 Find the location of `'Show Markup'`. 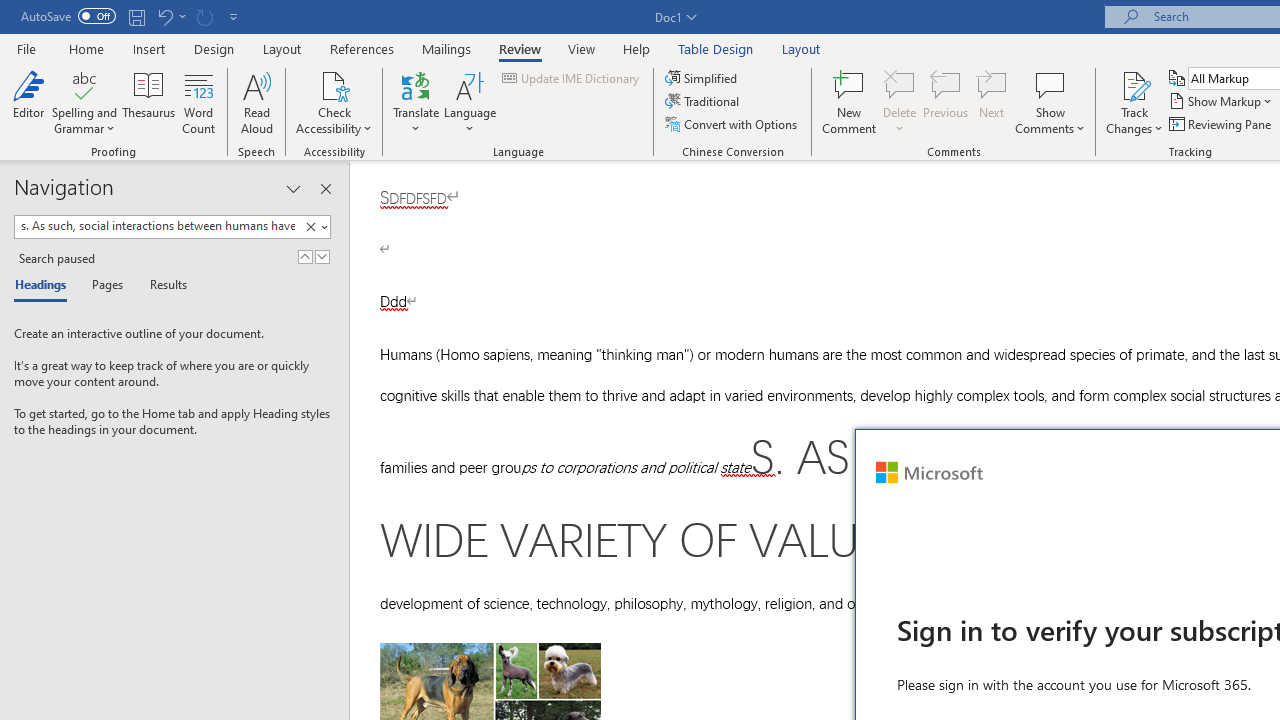

'Show Markup' is located at coordinates (1221, 101).